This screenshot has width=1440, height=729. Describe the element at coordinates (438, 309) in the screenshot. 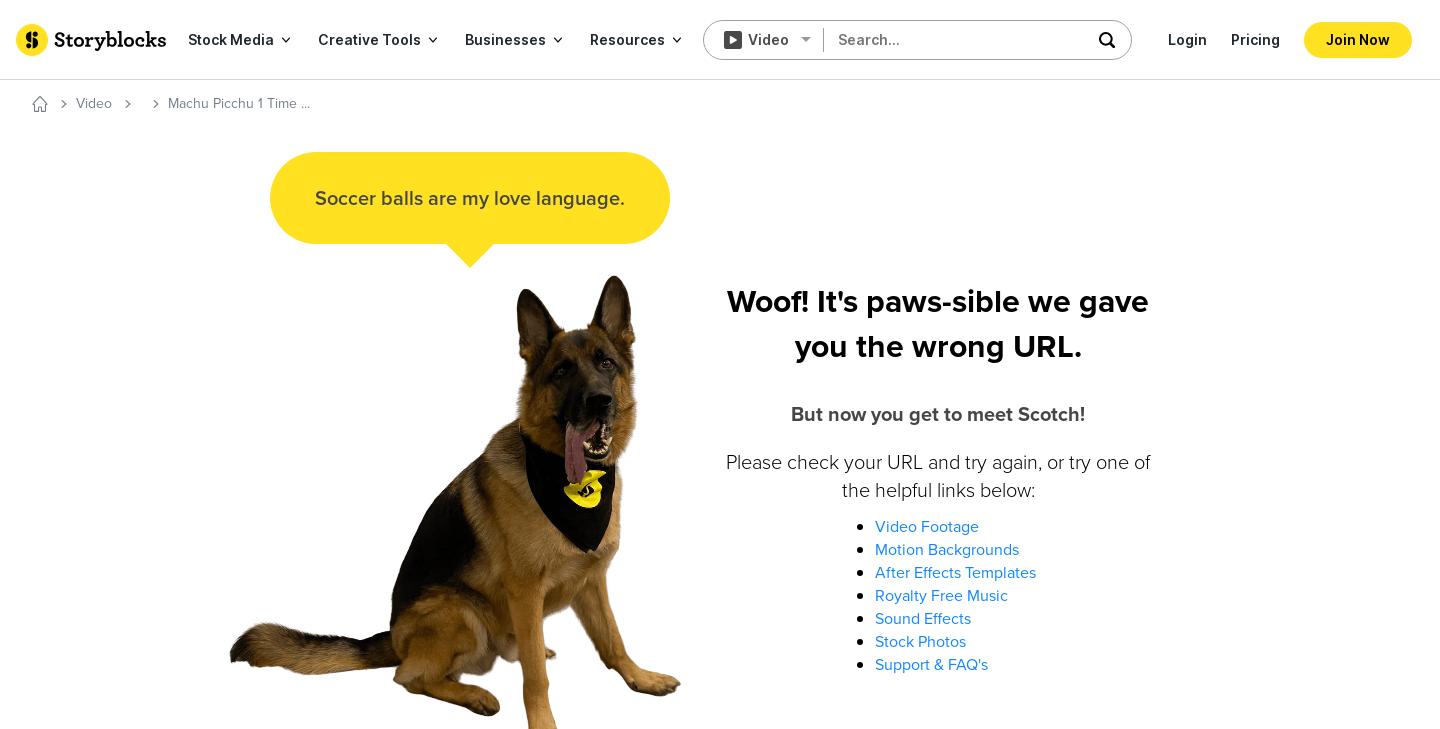

I see `'Lifestyle'` at that location.